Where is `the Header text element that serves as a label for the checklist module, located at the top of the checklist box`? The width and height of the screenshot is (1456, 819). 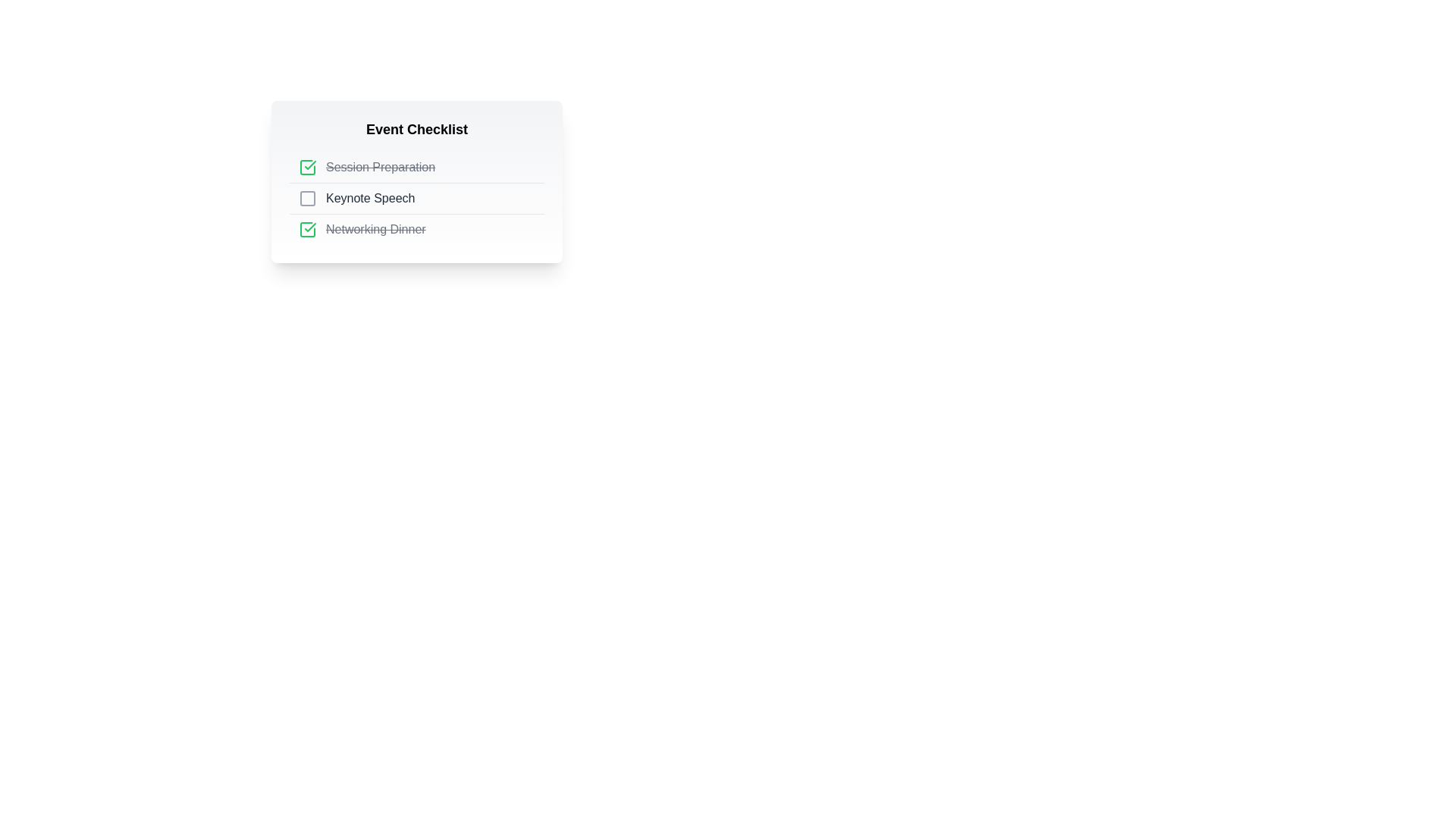
the Header text element that serves as a label for the checklist module, located at the top of the checklist box is located at coordinates (417, 128).